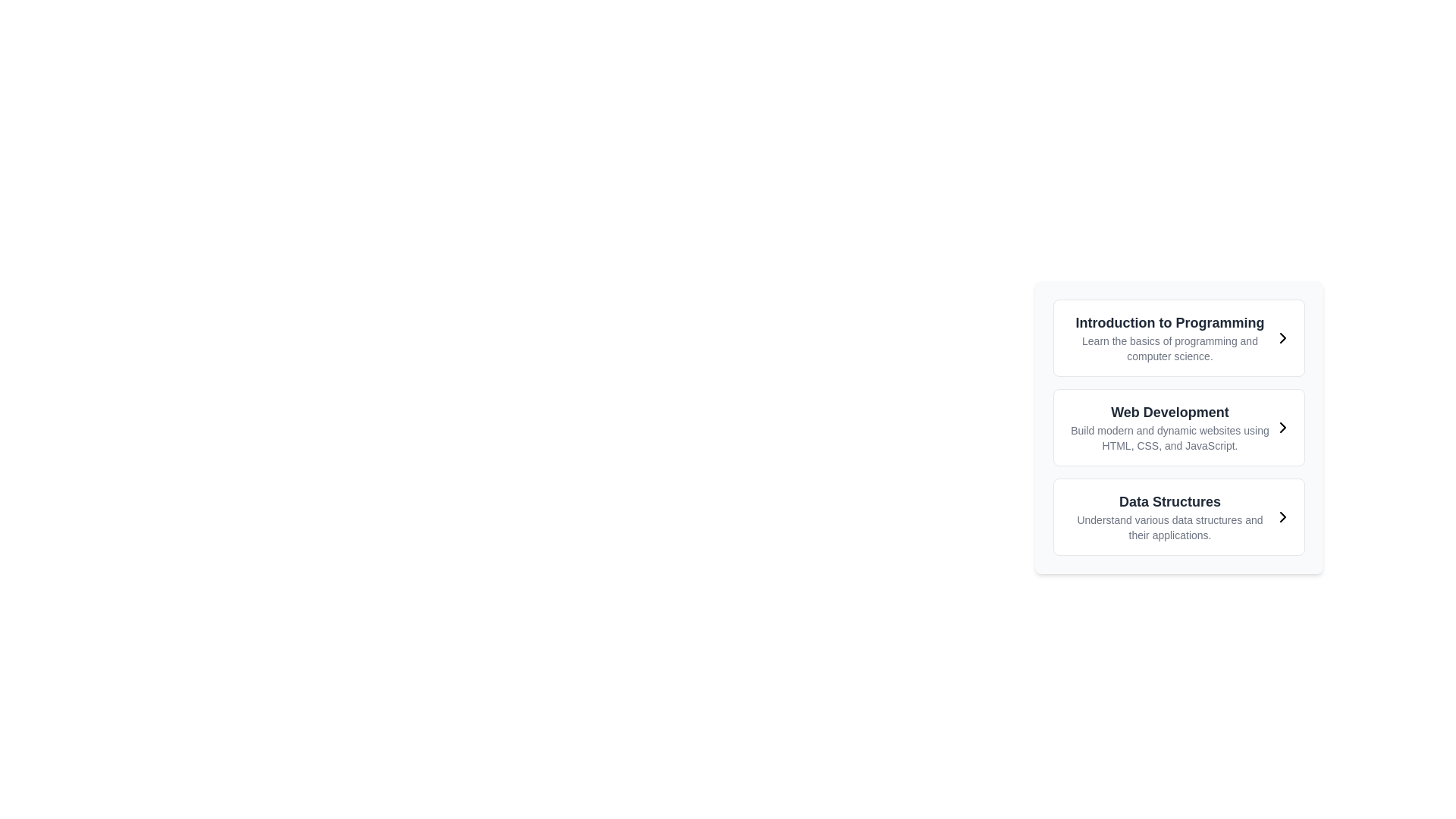 This screenshot has width=1456, height=819. I want to click on the text display element that shows 'Data Structures', which is styled with a bold, large font size and changes color to blue upon hovering, so click(1169, 502).